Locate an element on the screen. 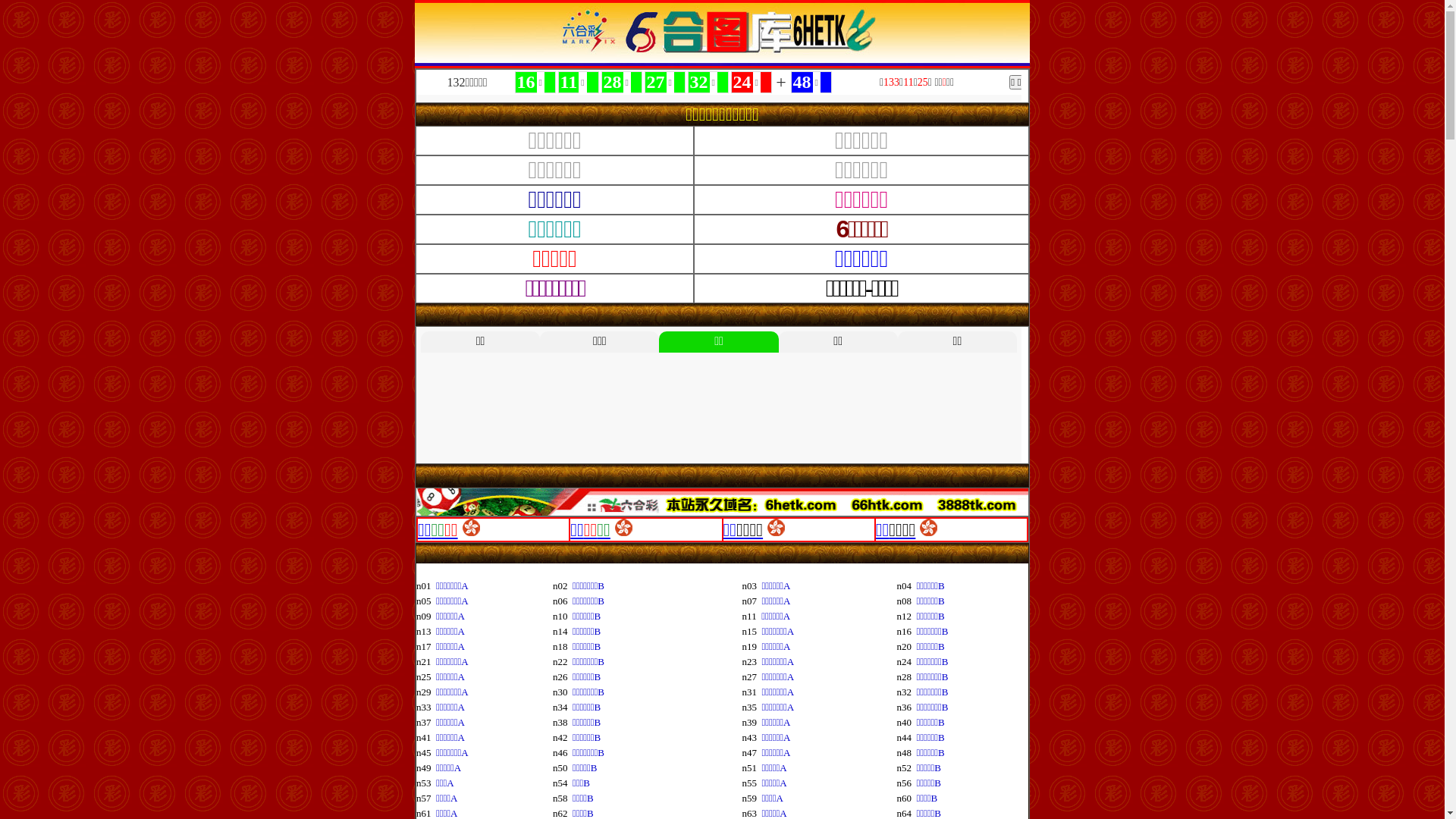  'n52 ' is located at coordinates (906, 767).